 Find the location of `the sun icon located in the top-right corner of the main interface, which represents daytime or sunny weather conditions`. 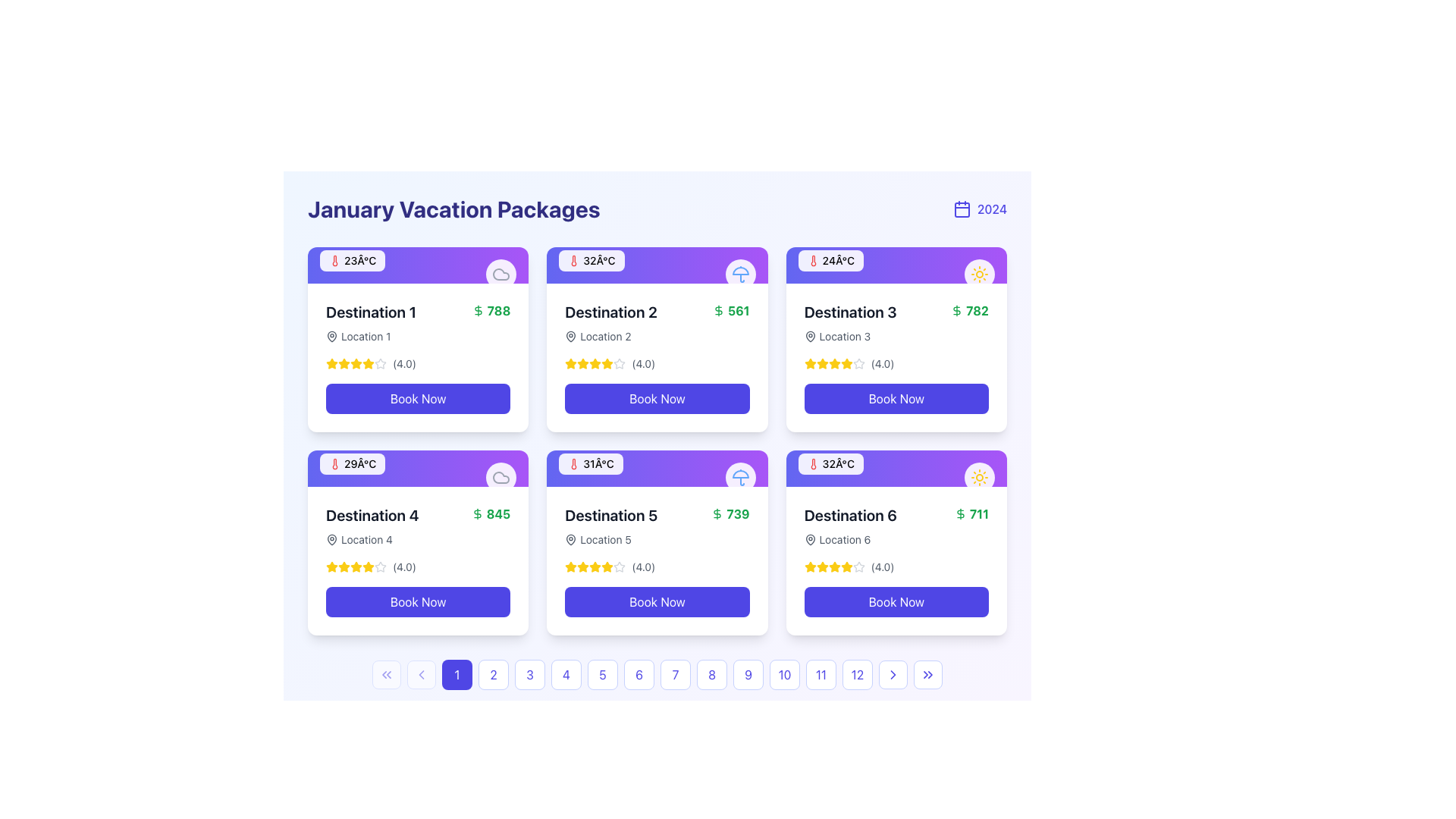

the sun icon located in the top-right corner of the main interface, which represents daytime or sunny weather conditions is located at coordinates (979, 275).